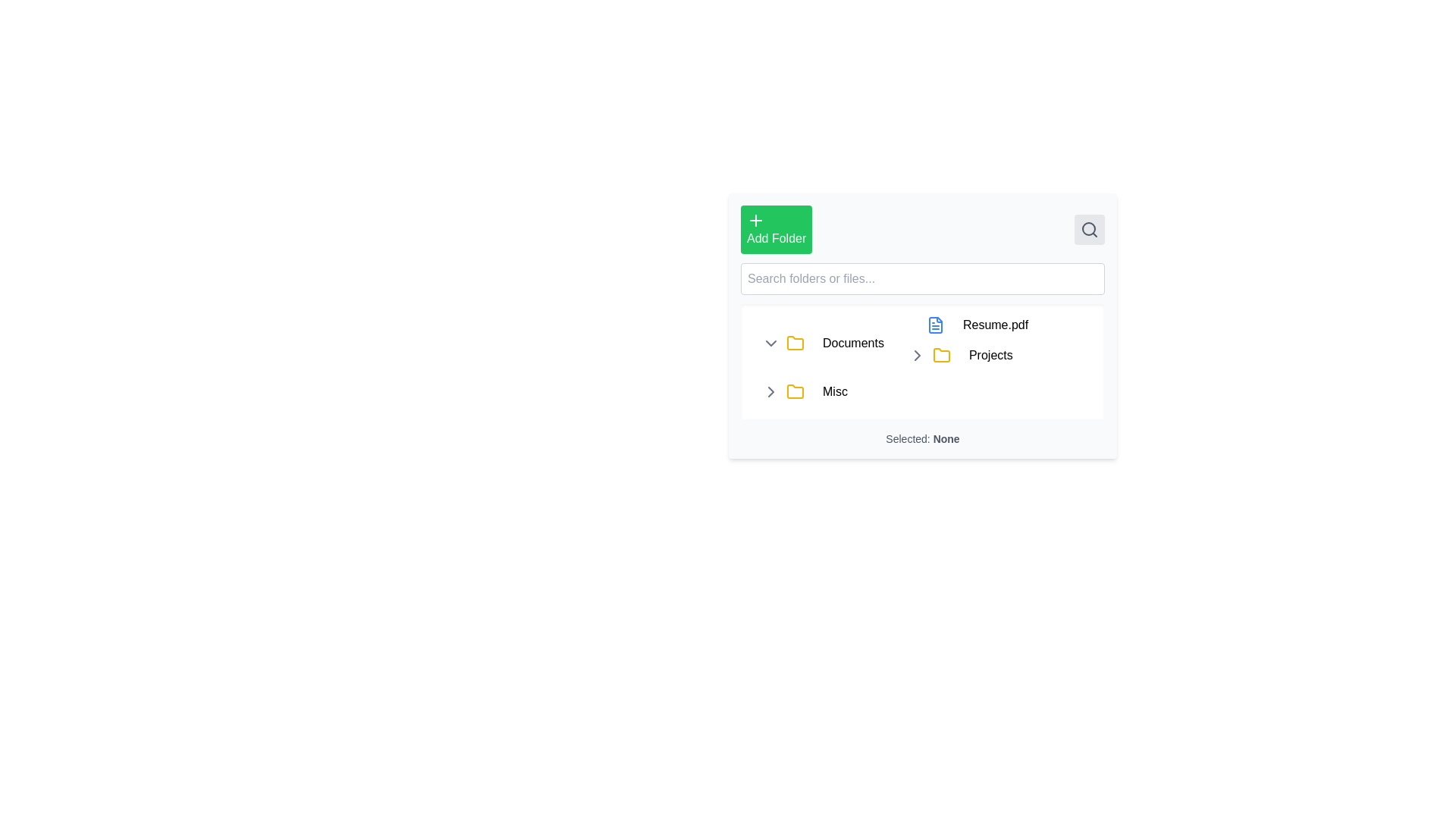 The image size is (1456, 819). I want to click on the search button, which is a light gray rectangular button with rounded corners and a magnifying glass icon, located to the right of the 'Add Folder' button, so click(1088, 230).